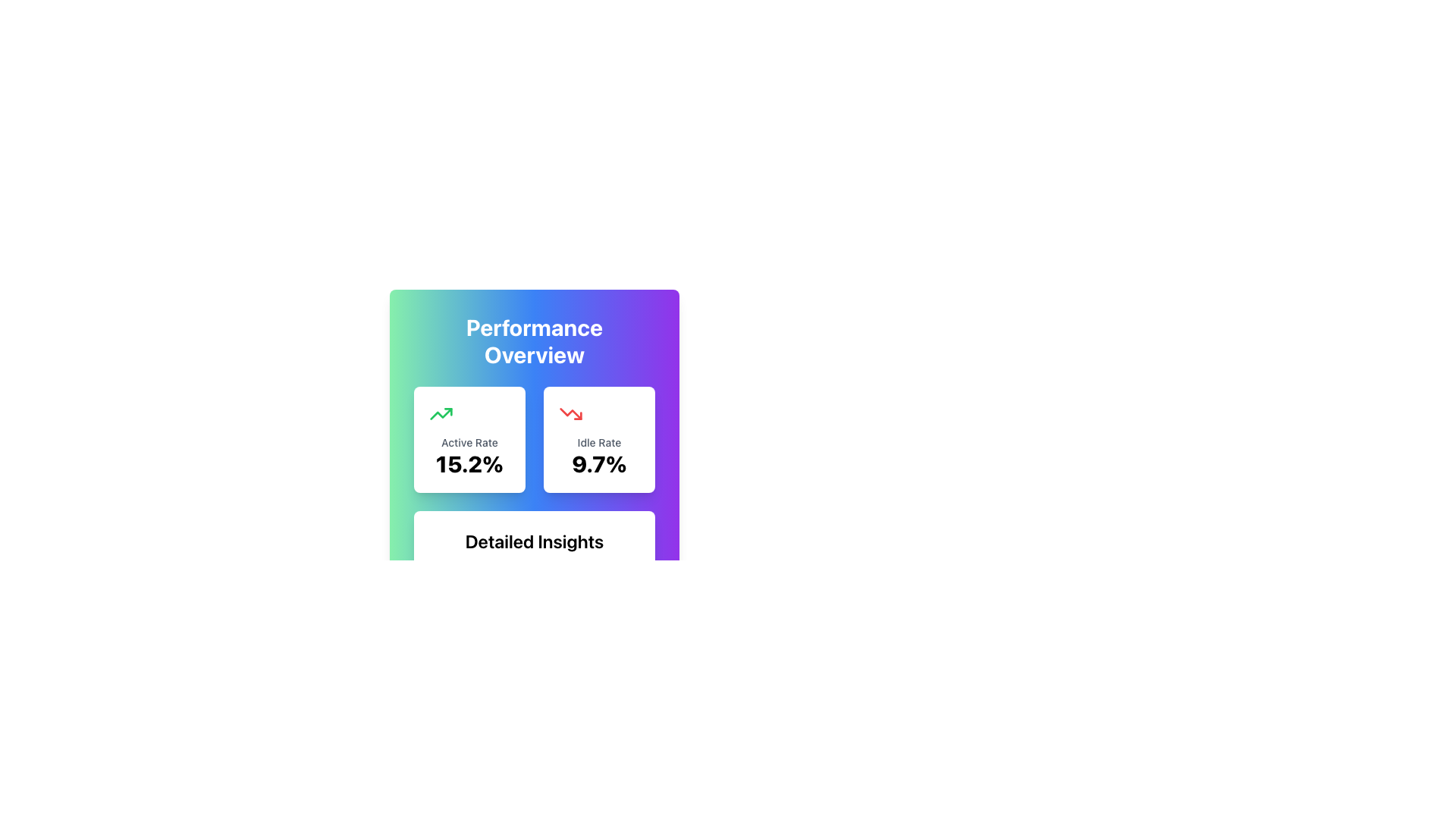  What do you see at coordinates (598, 442) in the screenshot?
I see `the 'Idle Rate' text label located at the top-right of the card, beneath the red trend arrow icon and above the '9.7%' text` at bounding box center [598, 442].